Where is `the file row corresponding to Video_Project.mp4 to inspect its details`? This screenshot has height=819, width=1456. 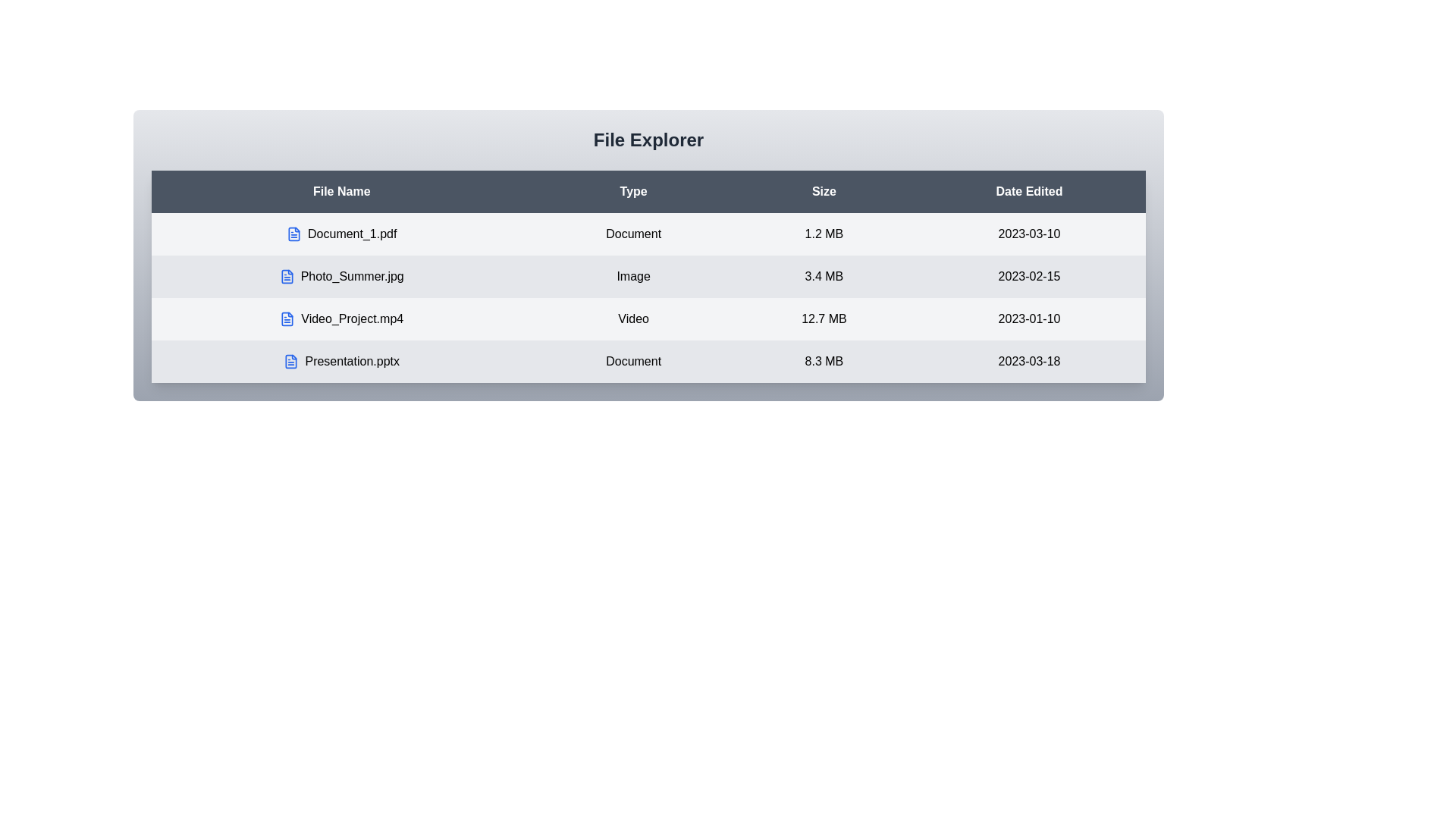
the file row corresponding to Video_Project.mp4 to inspect its details is located at coordinates (340, 318).